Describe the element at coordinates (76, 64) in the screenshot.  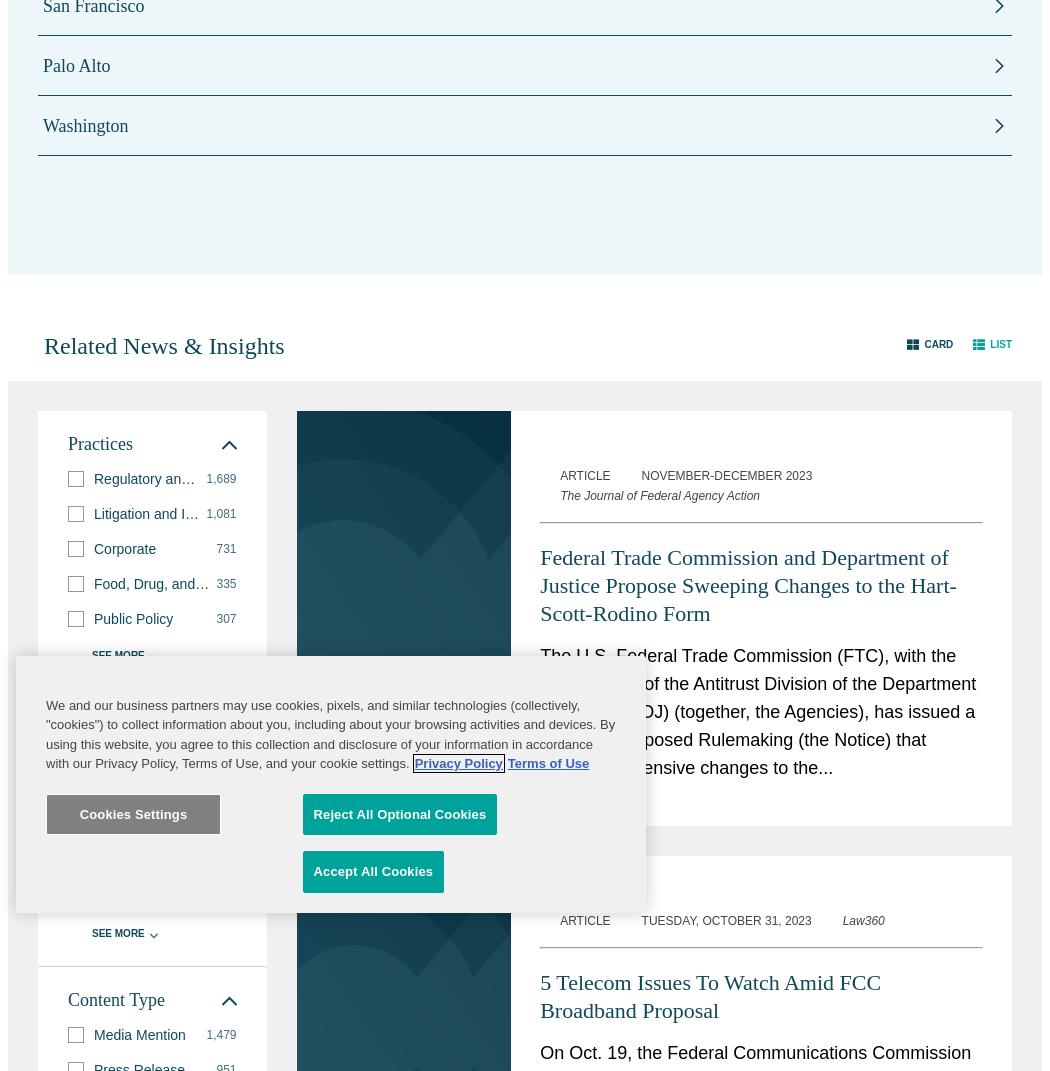
I see `'Palo Alto'` at that location.